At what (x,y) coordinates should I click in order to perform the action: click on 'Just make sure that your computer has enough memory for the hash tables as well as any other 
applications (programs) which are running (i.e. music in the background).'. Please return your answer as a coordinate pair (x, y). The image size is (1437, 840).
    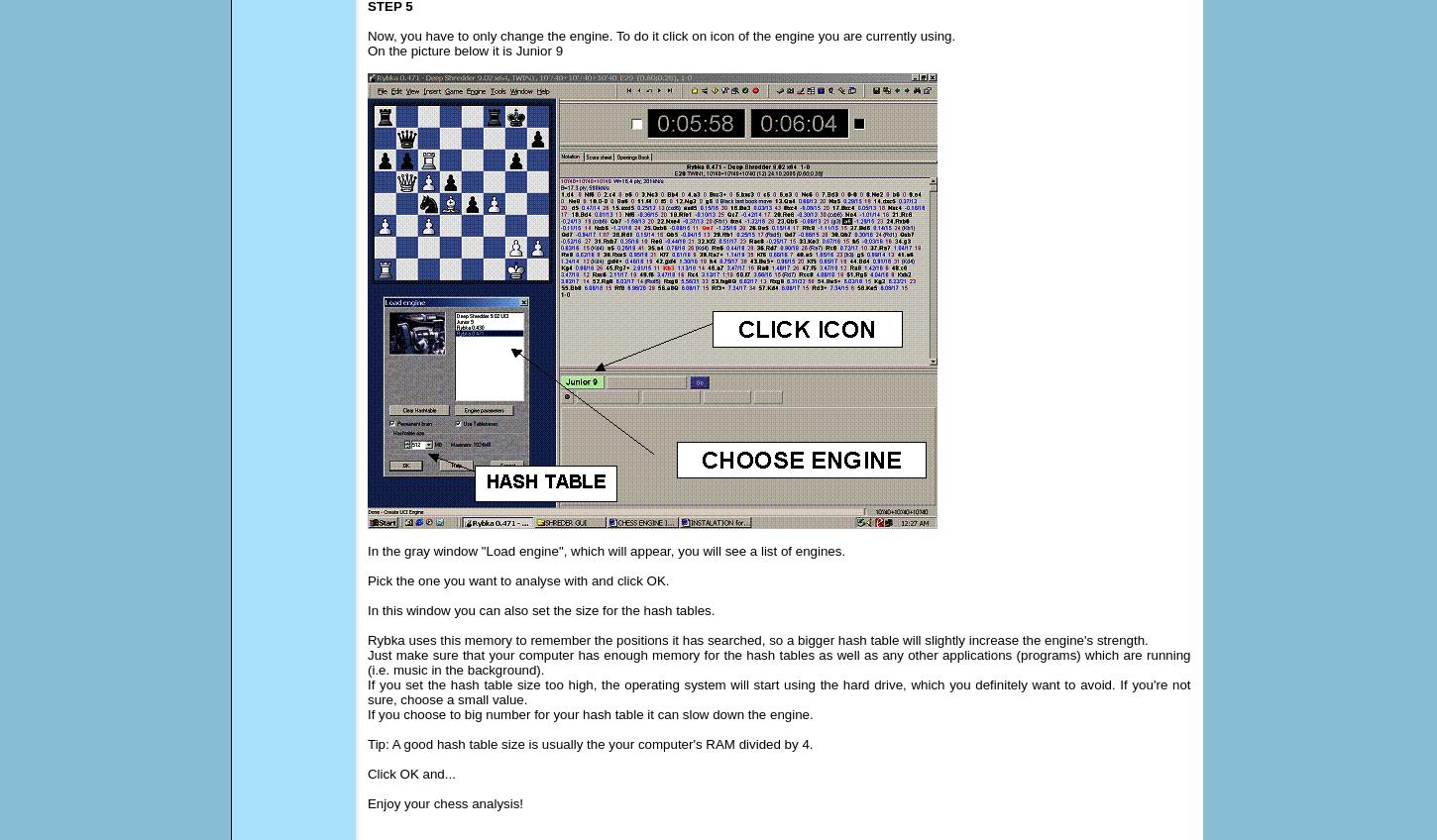
    Looking at the image, I should click on (366, 661).